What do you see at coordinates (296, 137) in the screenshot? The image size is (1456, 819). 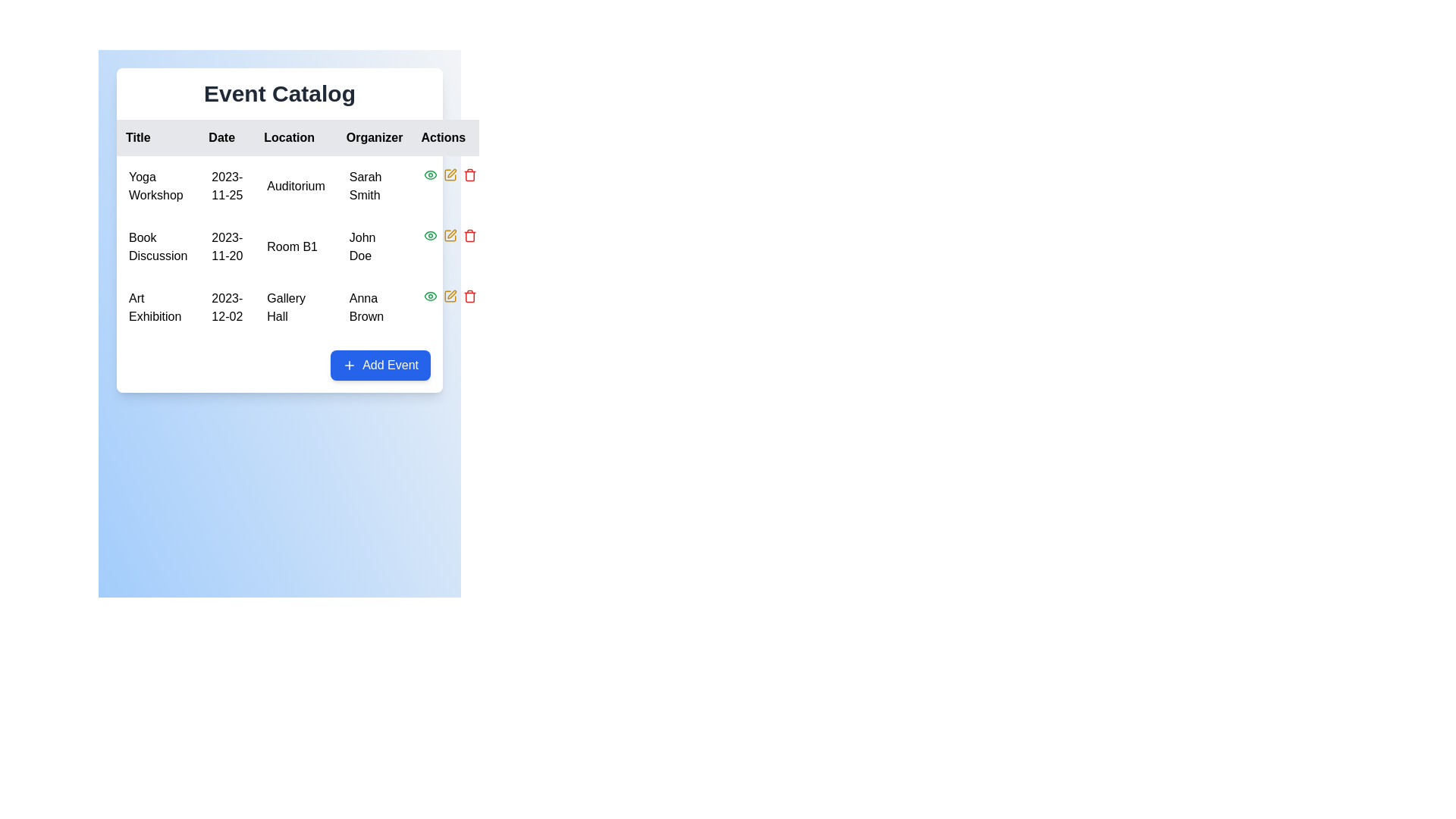 I see `the header label for the locations column, which is the third item from the left in the table header, located between the 'Date' and 'Organizer' columns` at bounding box center [296, 137].